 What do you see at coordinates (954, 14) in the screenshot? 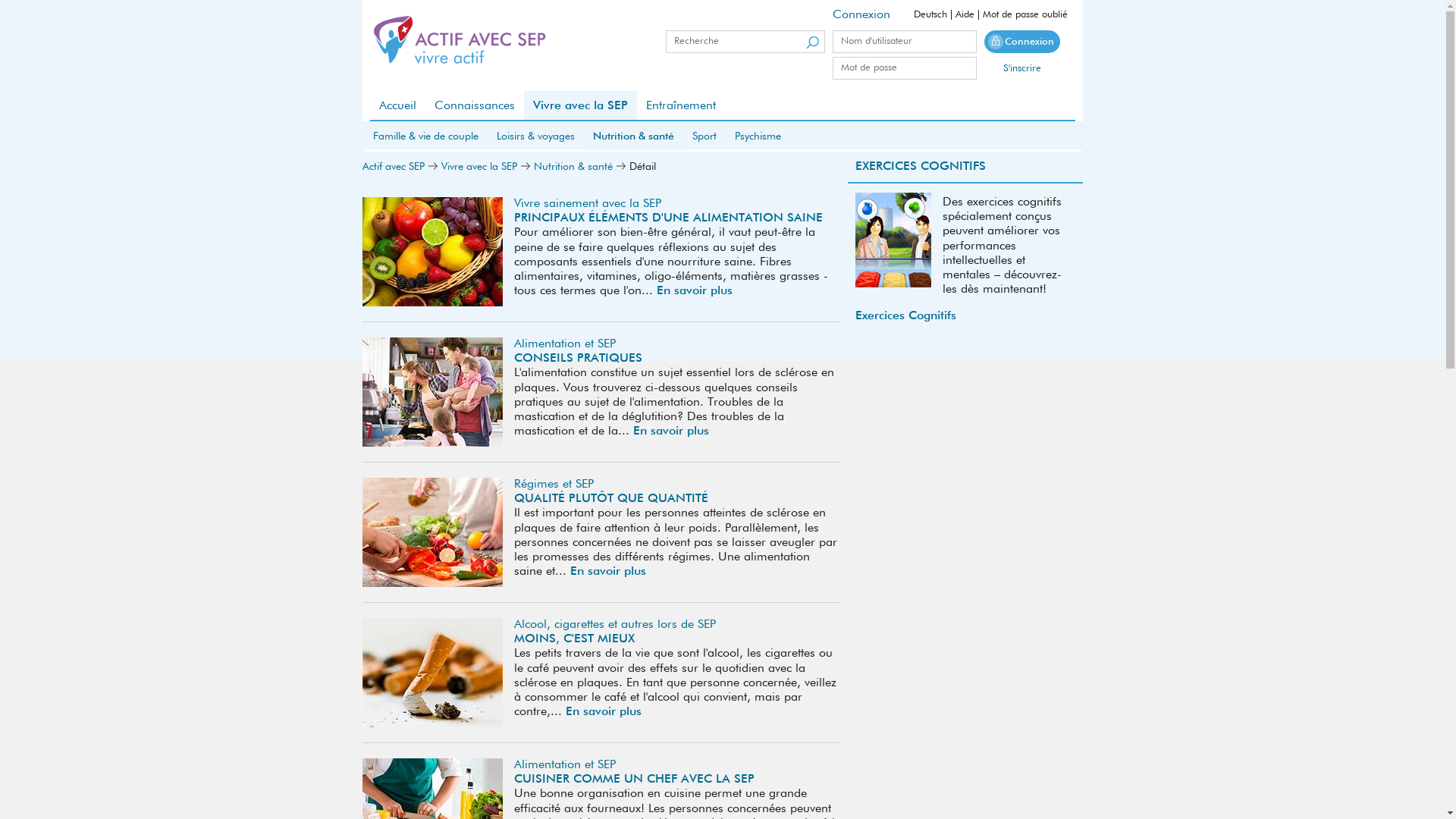
I see `'Aide'` at bounding box center [954, 14].